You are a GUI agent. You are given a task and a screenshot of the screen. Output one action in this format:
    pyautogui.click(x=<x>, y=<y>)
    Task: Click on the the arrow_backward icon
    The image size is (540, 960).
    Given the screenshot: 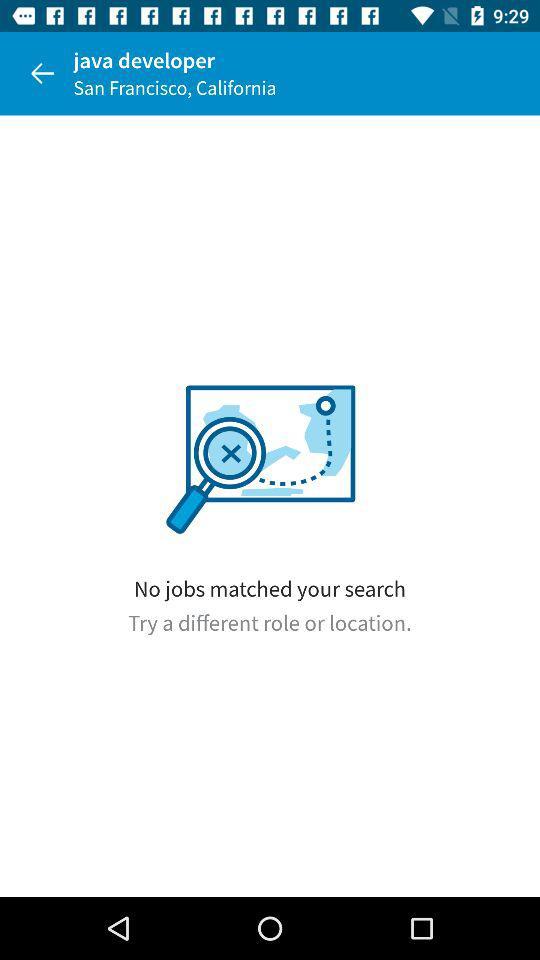 What is the action you would take?
    pyautogui.click(x=42, y=73)
    